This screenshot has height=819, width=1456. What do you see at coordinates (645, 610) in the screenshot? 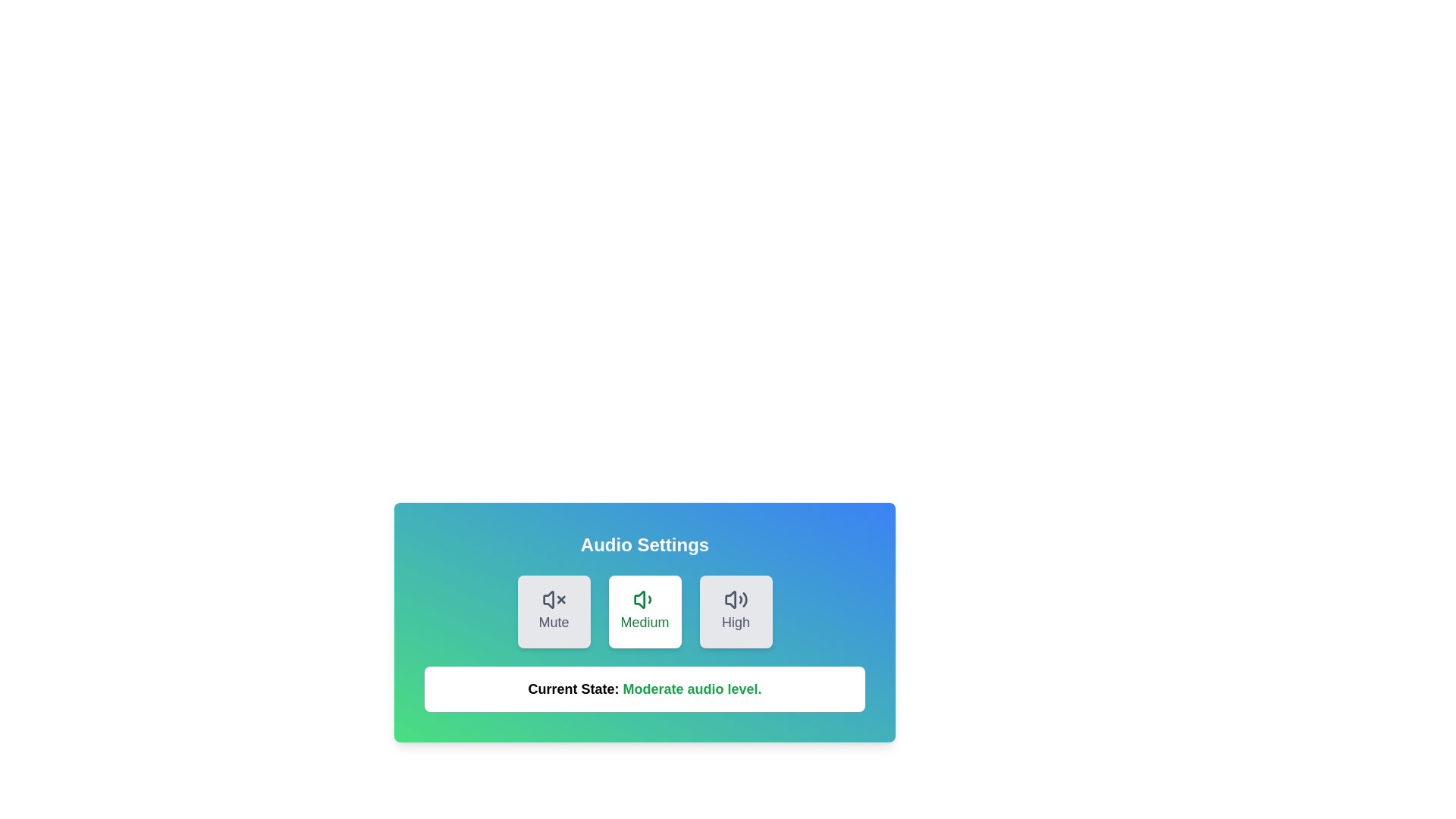
I see `the button corresponding to Medium` at bounding box center [645, 610].